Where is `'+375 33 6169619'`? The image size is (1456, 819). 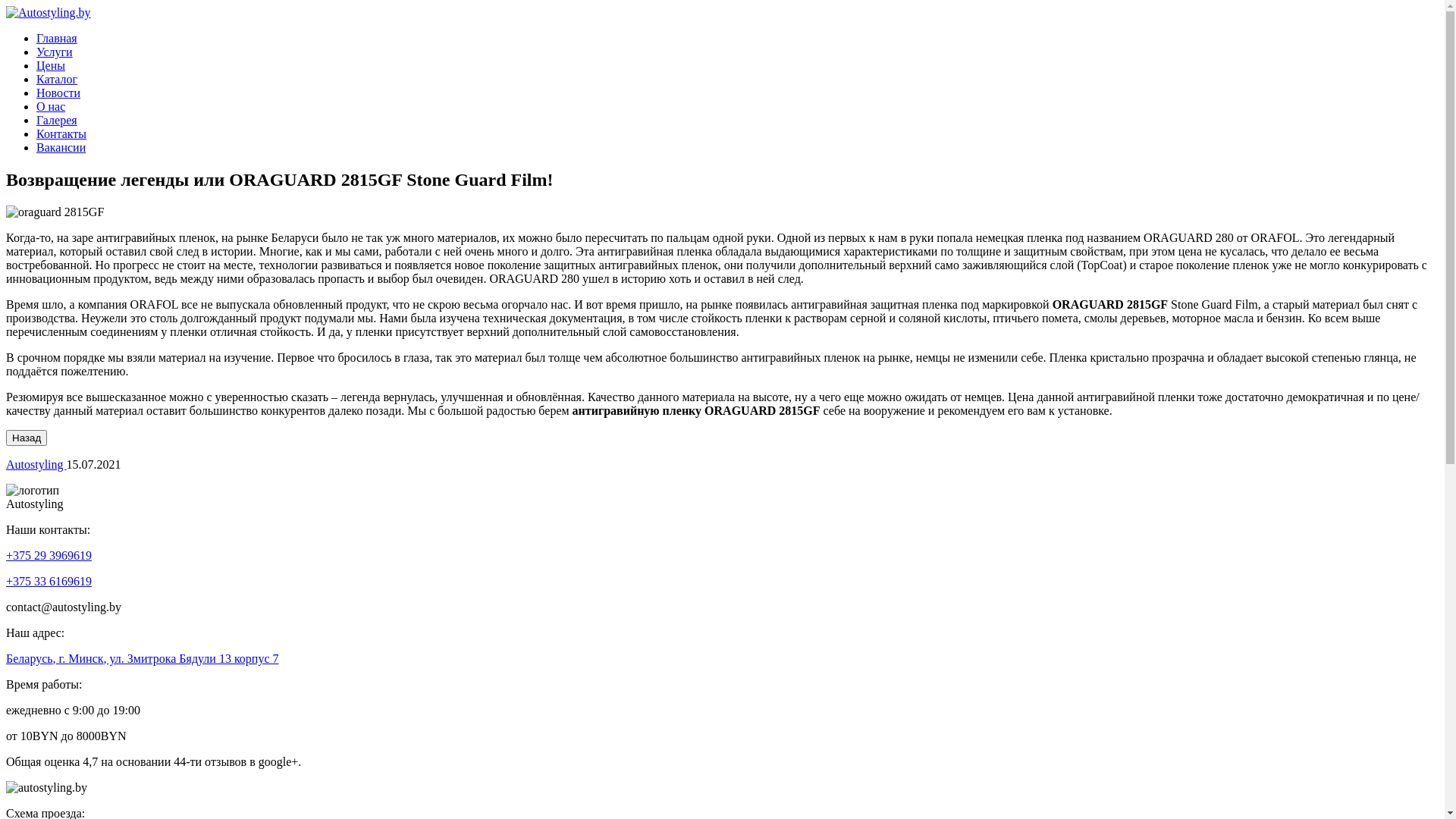
'+375 33 6169619' is located at coordinates (49, 580).